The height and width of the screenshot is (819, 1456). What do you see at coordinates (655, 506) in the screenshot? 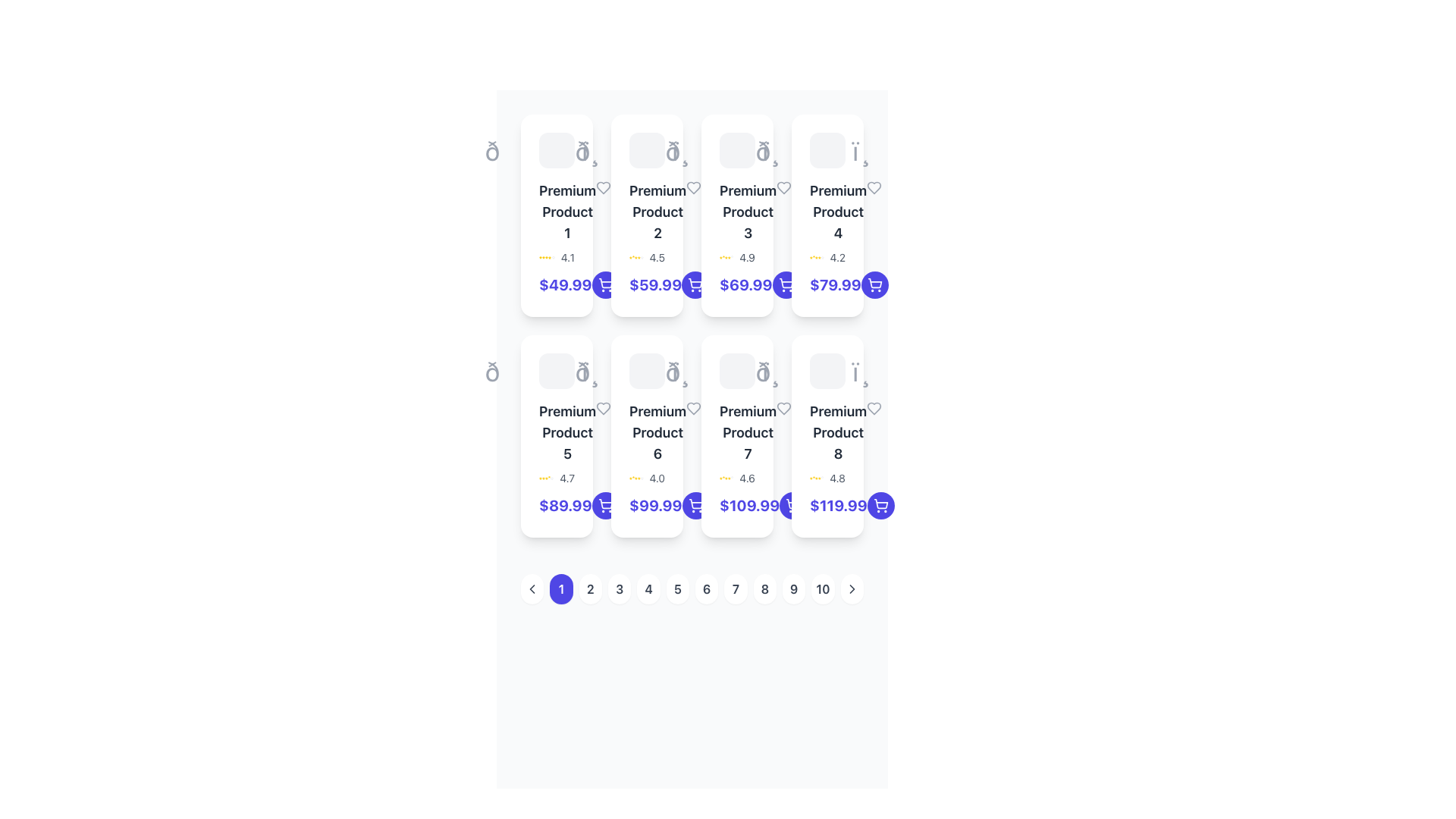
I see `the price display text label located in the second row, second column of the product display card, which is centrally positioned above the shopping cart button` at bounding box center [655, 506].